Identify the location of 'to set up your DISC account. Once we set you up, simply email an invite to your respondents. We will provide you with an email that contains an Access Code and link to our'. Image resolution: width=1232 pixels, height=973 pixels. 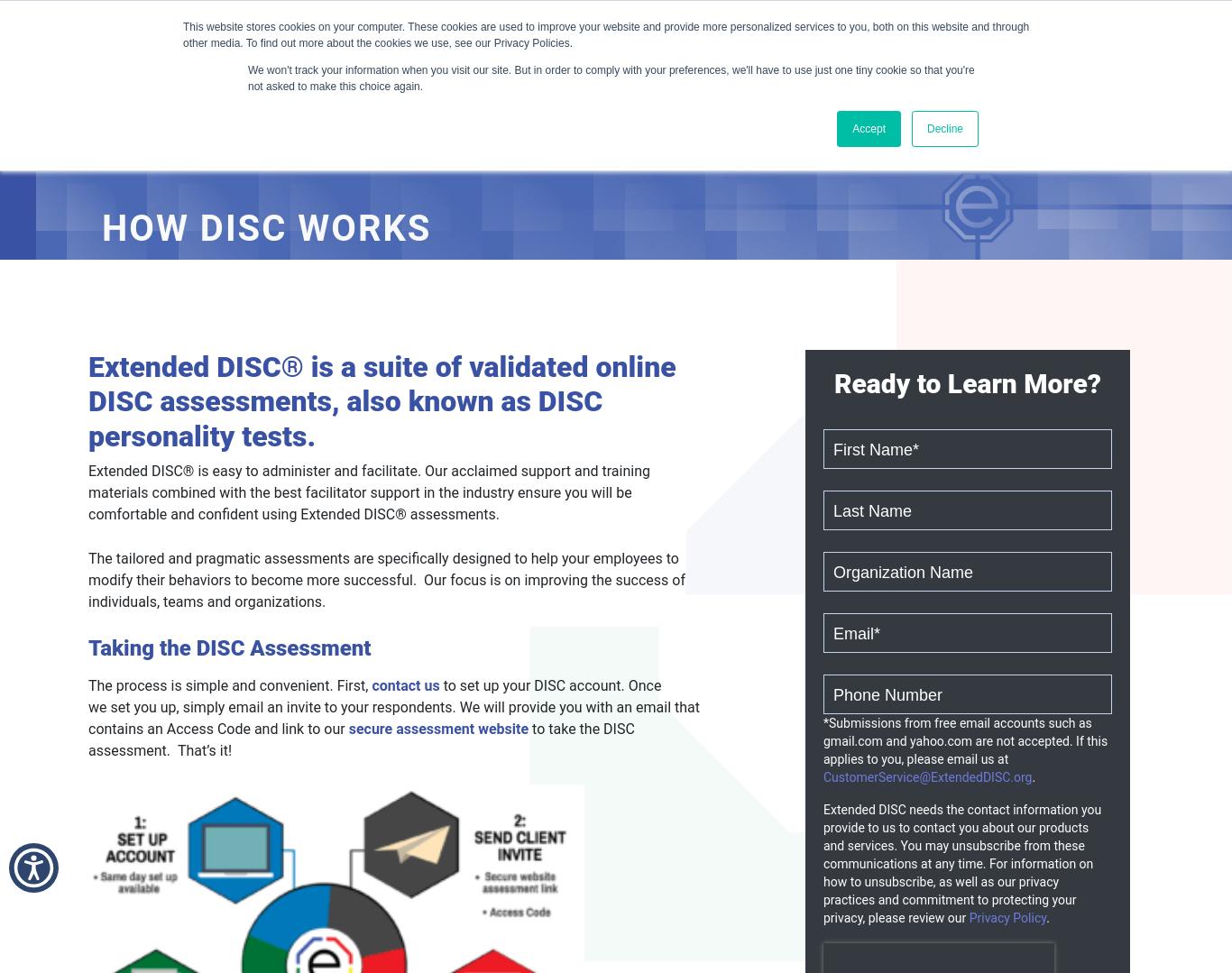
(392, 706).